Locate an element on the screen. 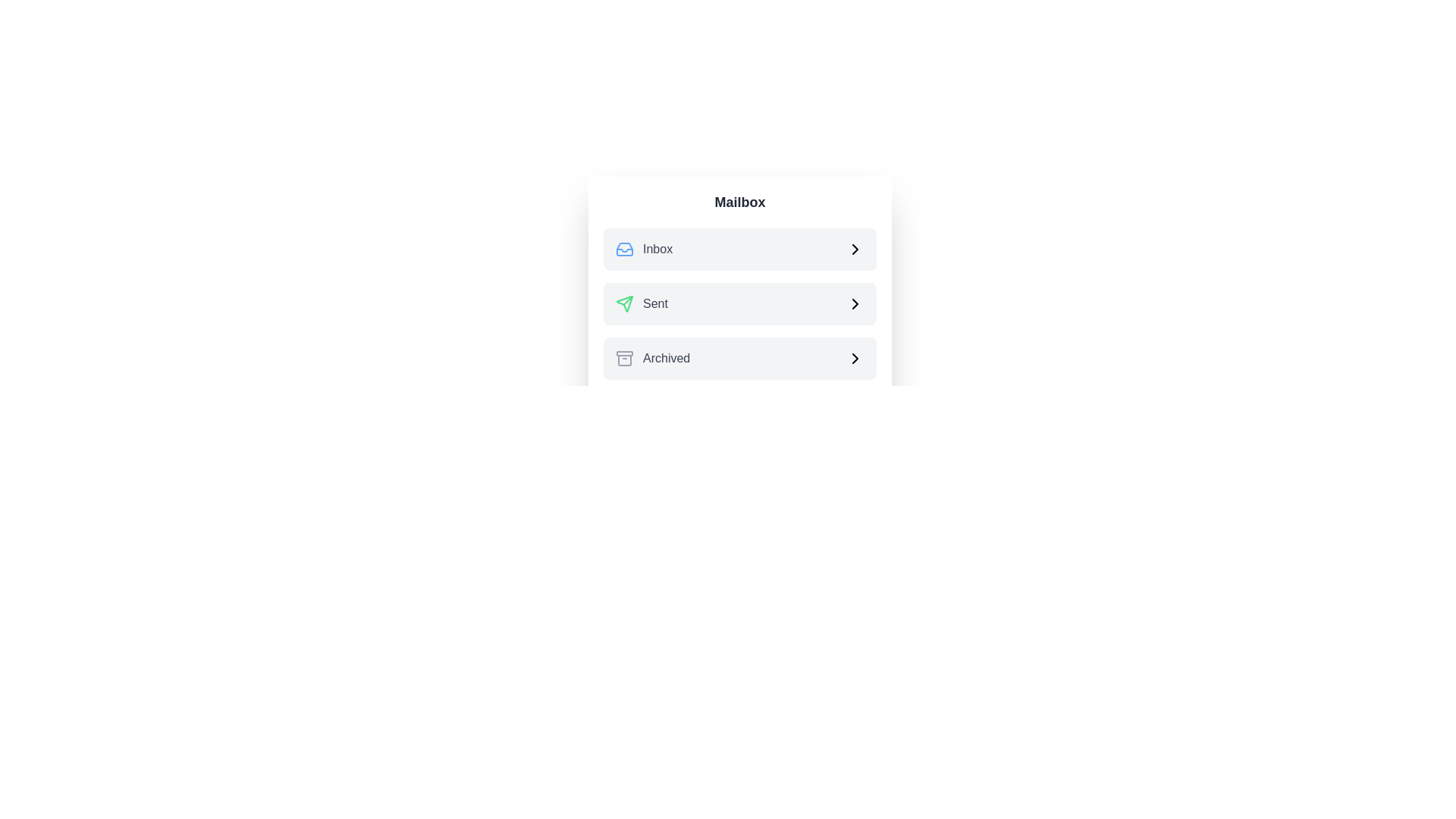 Image resolution: width=1456 pixels, height=819 pixels. the 'Archived' text label, which is styled in medium-weight gray font and is the third item in a vertically-stacked menu layout, located next to an archive box icon is located at coordinates (667, 359).